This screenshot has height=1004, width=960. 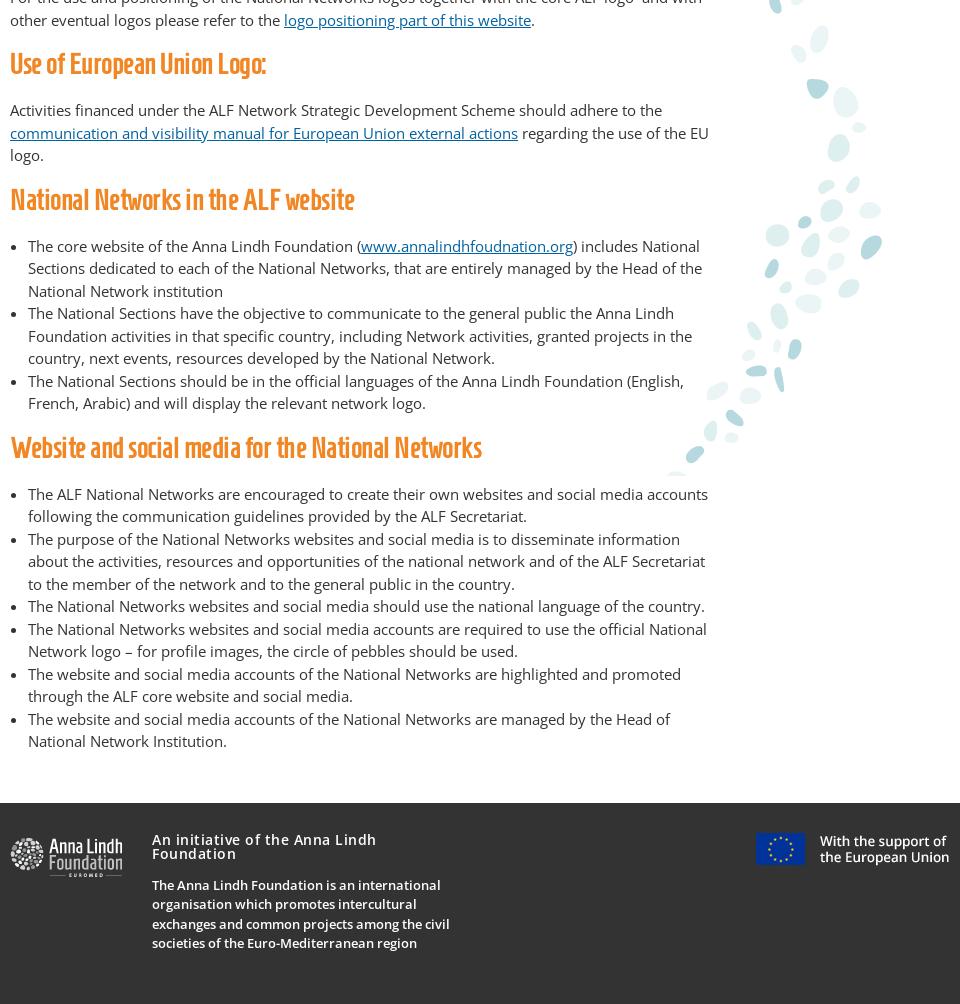 I want to click on 'Activities financed under the ALF Network Strategic Development Scheme should adhere to the', so click(x=336, y=110).